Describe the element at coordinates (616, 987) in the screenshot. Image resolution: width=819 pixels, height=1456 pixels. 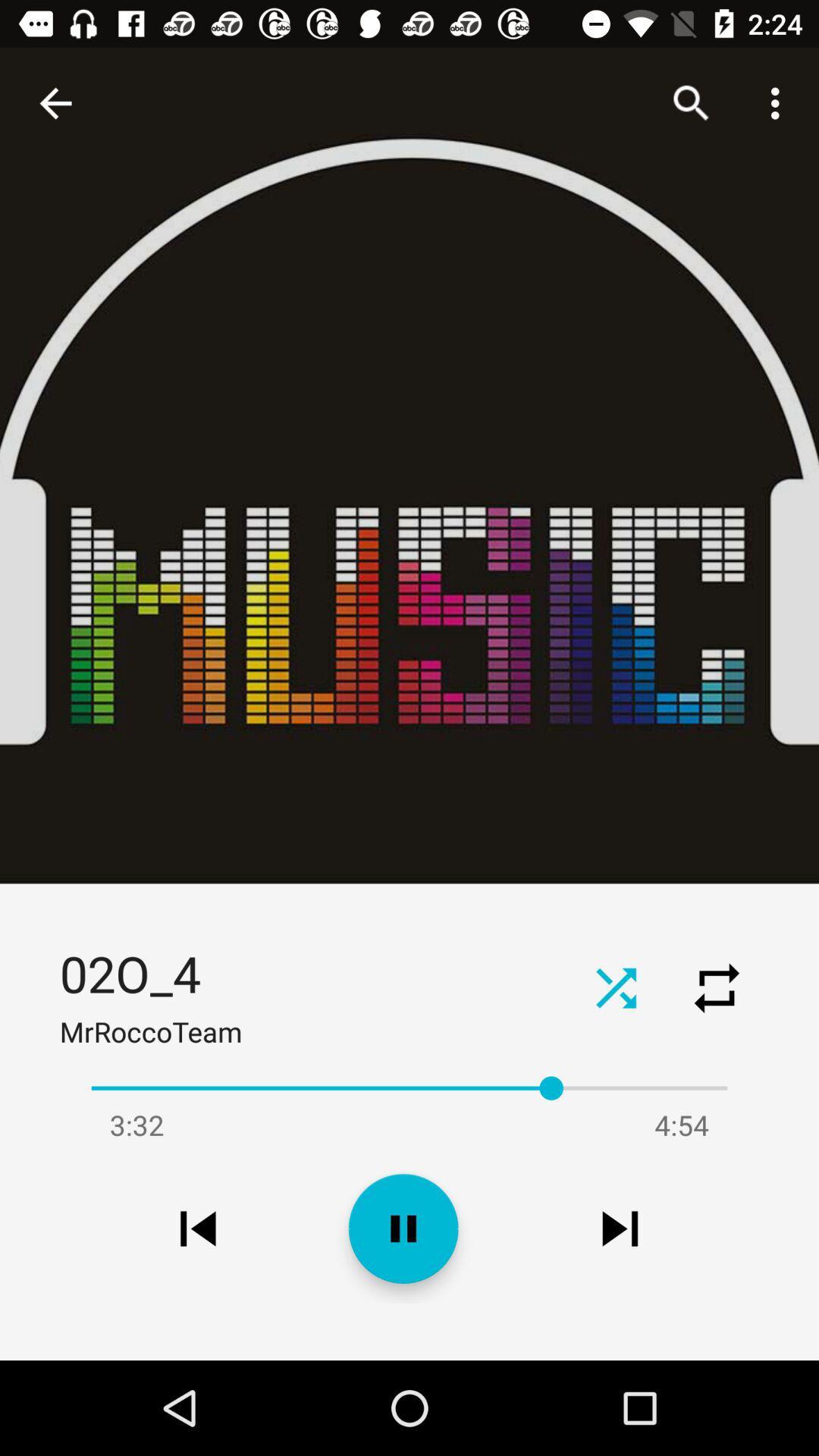
I see `the icon next to mrroccoteam item` at that location.